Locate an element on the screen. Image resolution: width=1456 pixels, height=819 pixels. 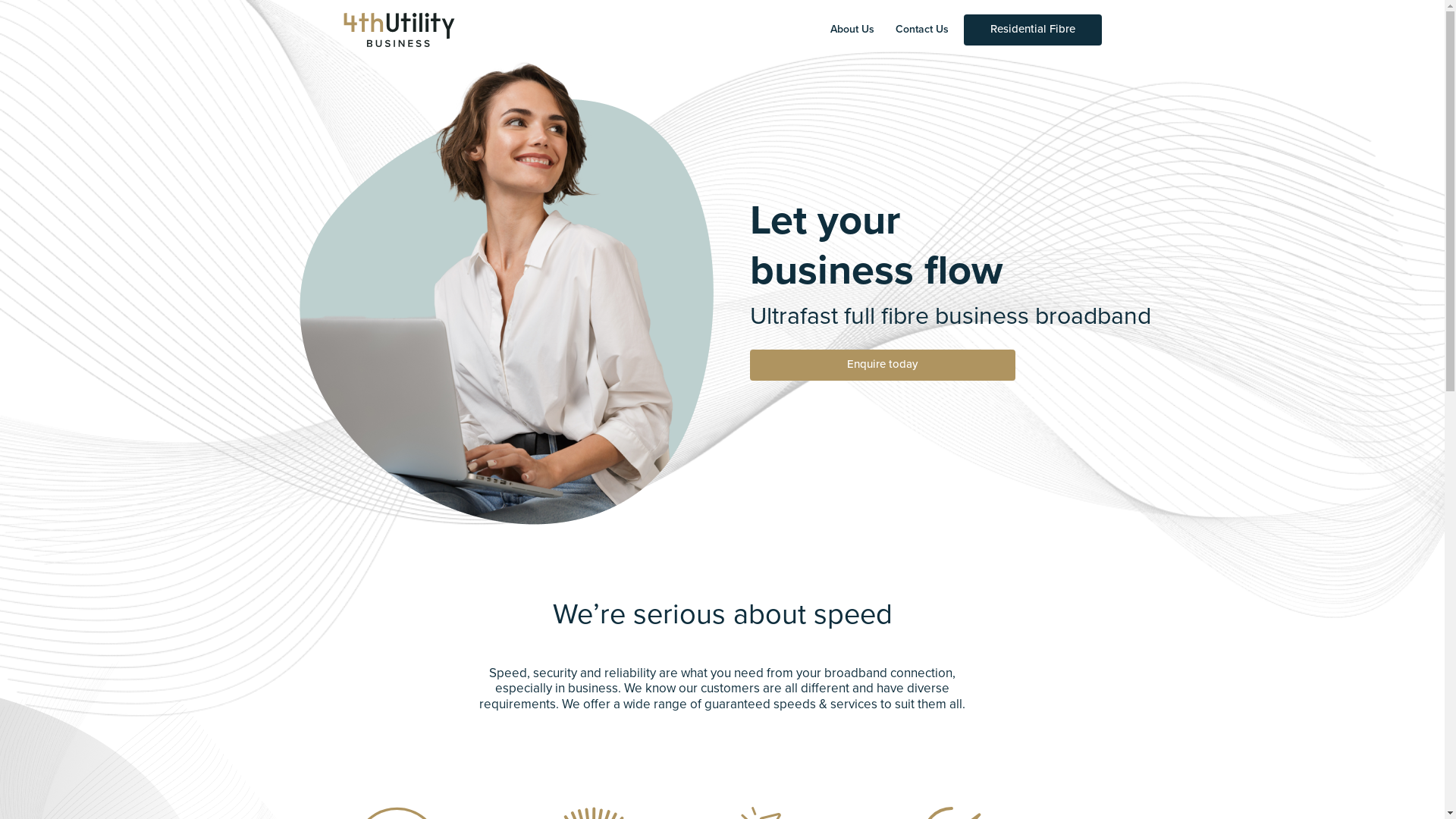
'Enquire today' is located at coordinates (881, 365).